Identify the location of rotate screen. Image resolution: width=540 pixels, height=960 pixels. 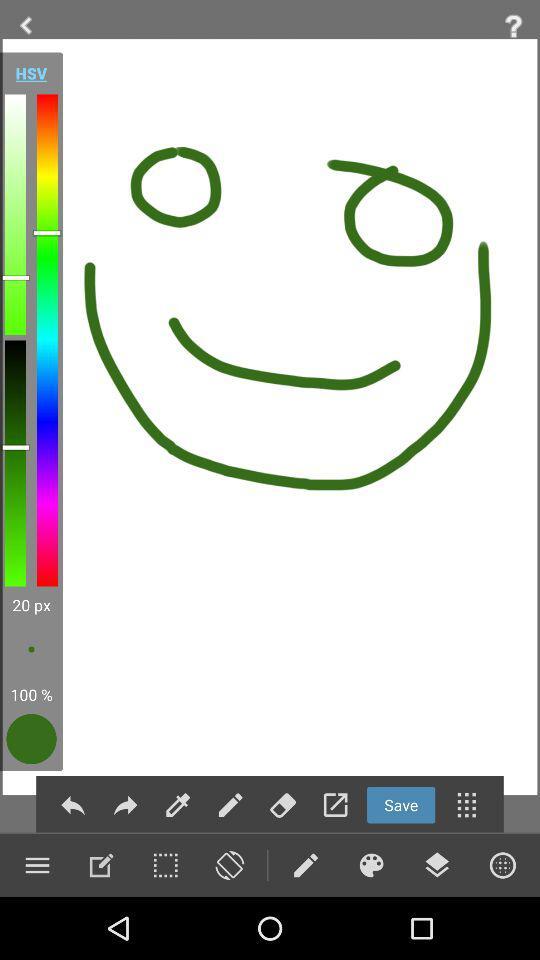
(228, 864).